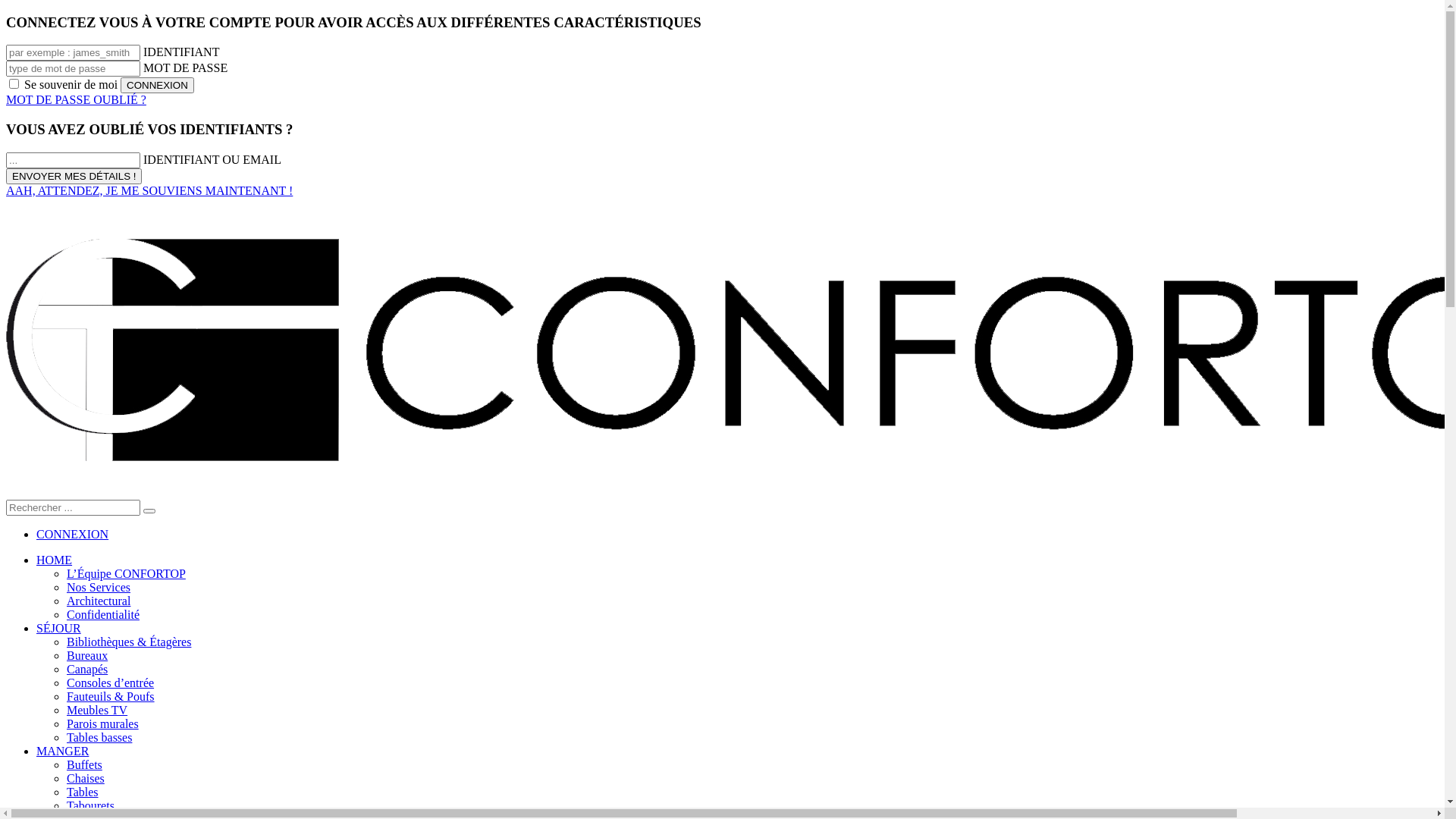 The image size is (1456, 819). I want to click on 'Chaises', so click(65, 778).